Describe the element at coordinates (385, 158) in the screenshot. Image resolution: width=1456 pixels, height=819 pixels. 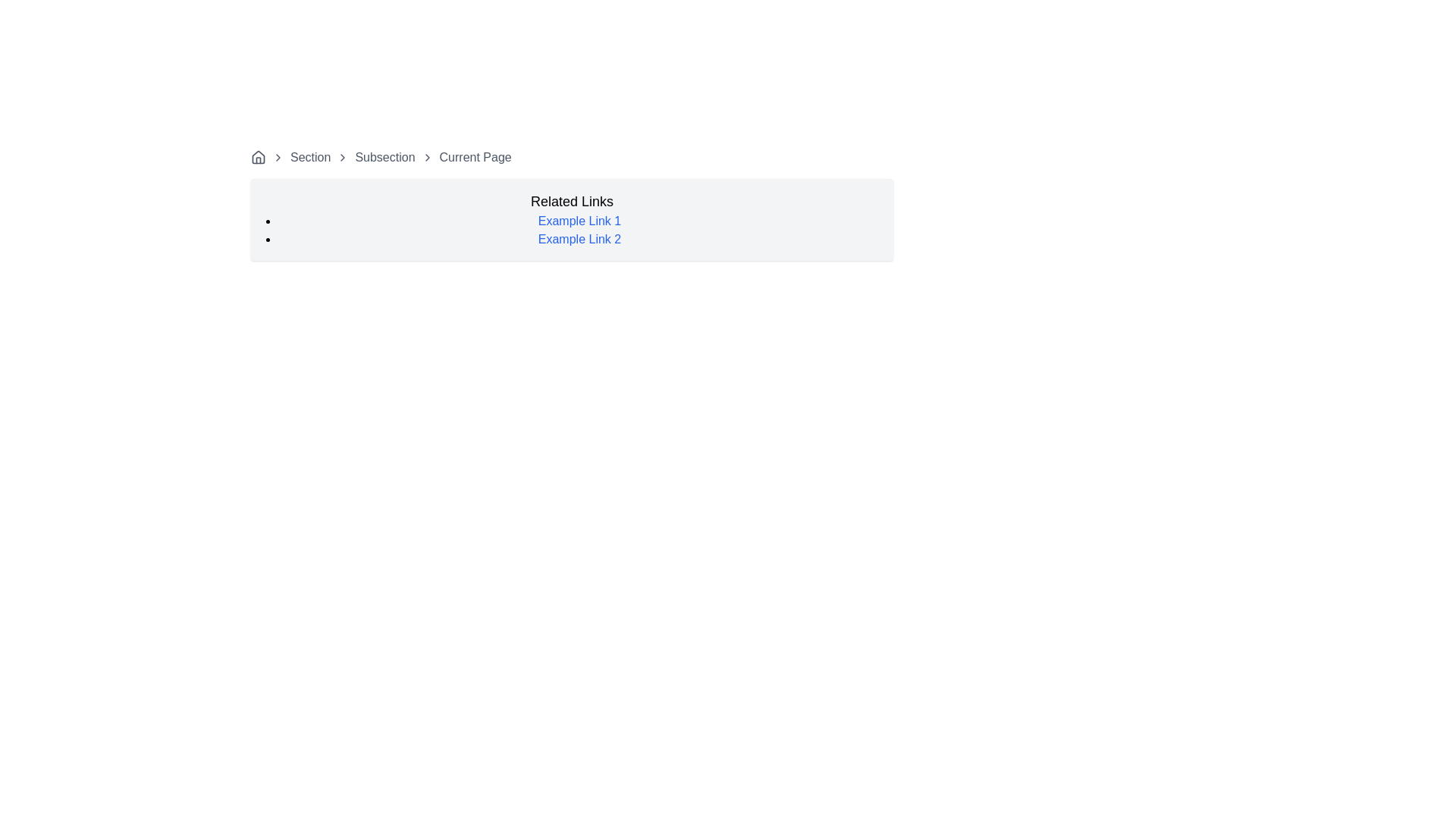
I see `the 'Subsection' breadcrumb link` at that location.